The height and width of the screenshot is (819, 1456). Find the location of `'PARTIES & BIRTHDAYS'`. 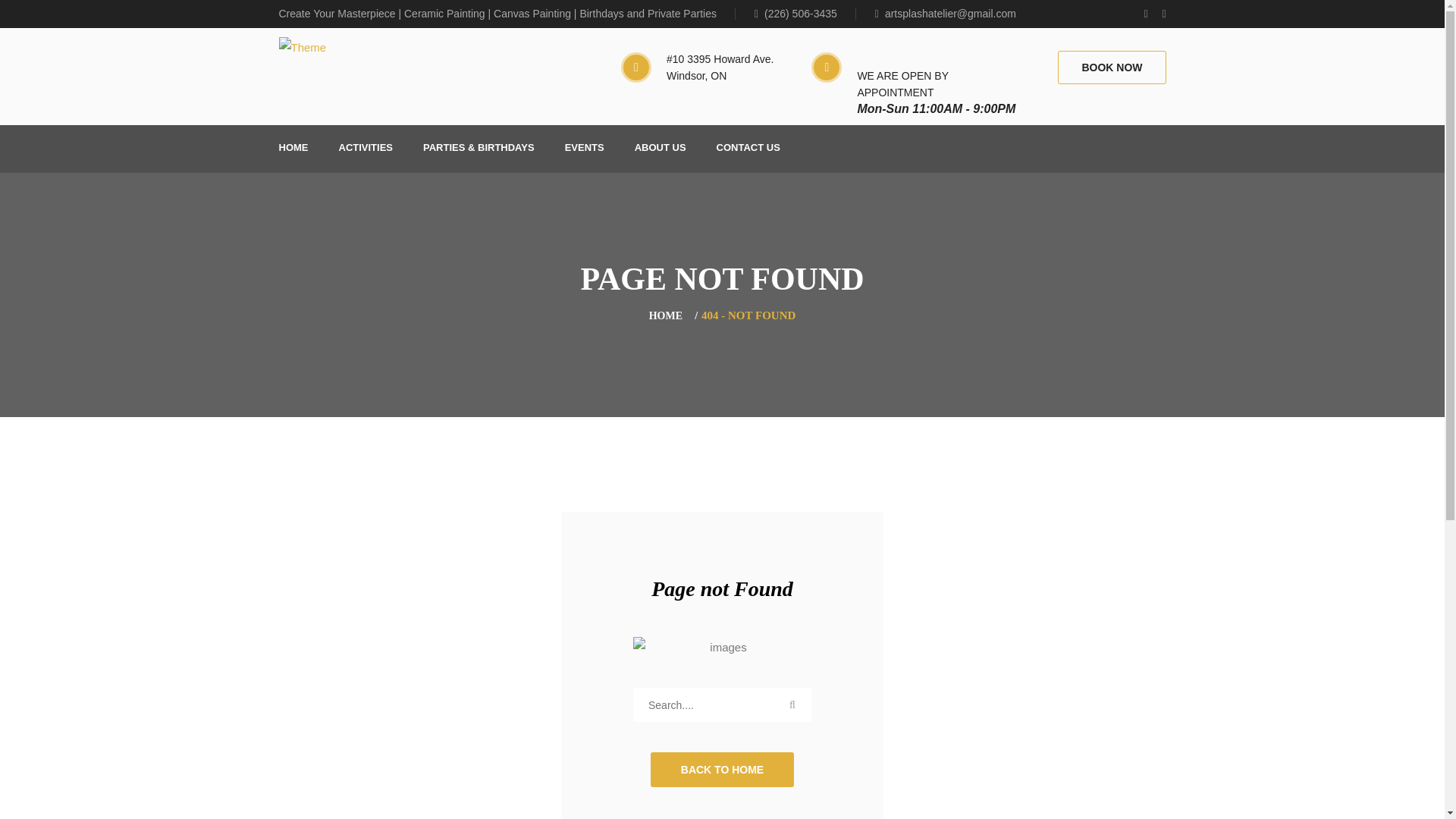

'PARTIES & BIRTHDAYS' is located at coordinates (478, 149).